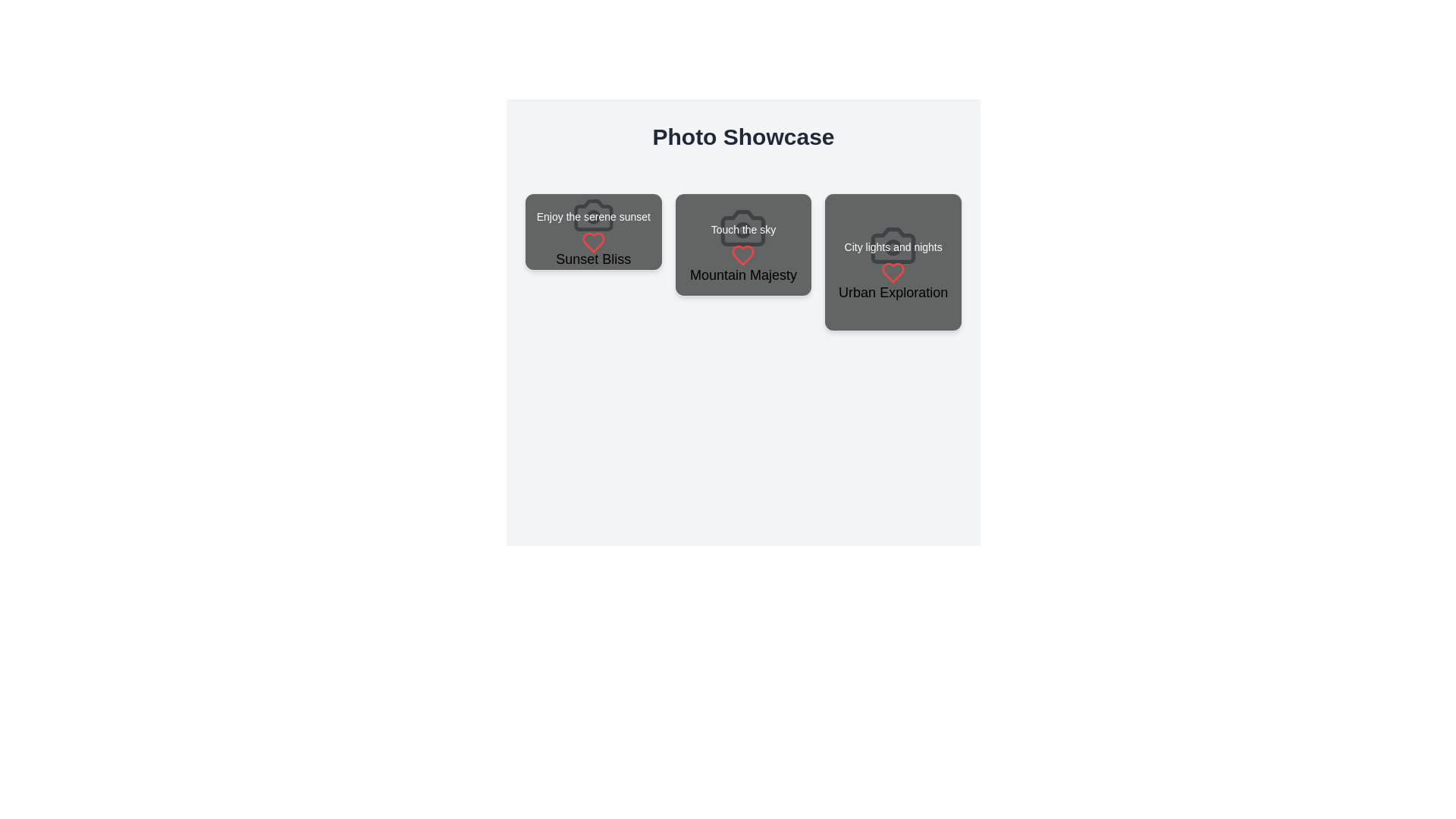  What do you see at coordinates (592, 242) in the screenshot?
I see `the heart icon located centrally within the card titled 'Sunset Bliss', which is positioned near the bottom of the card` at bounding box center [592, 242].